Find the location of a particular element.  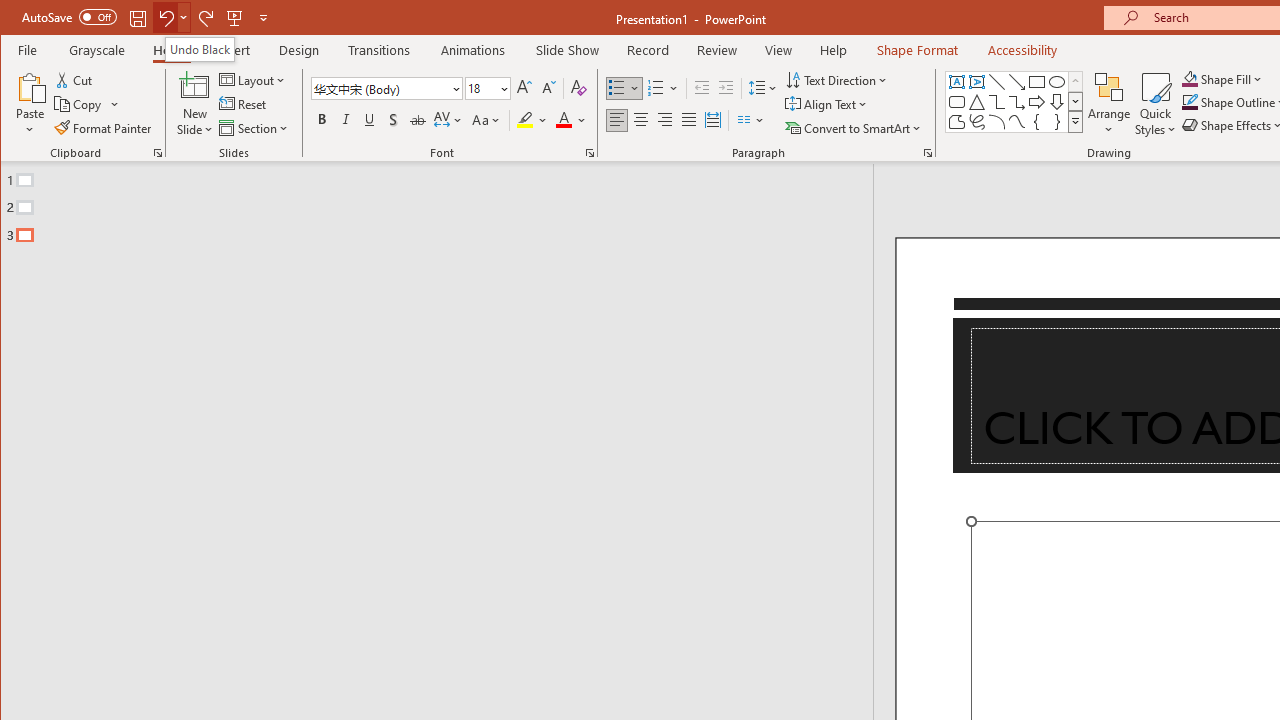

'Freeform: Shape' is located at coordinates (955, 122).